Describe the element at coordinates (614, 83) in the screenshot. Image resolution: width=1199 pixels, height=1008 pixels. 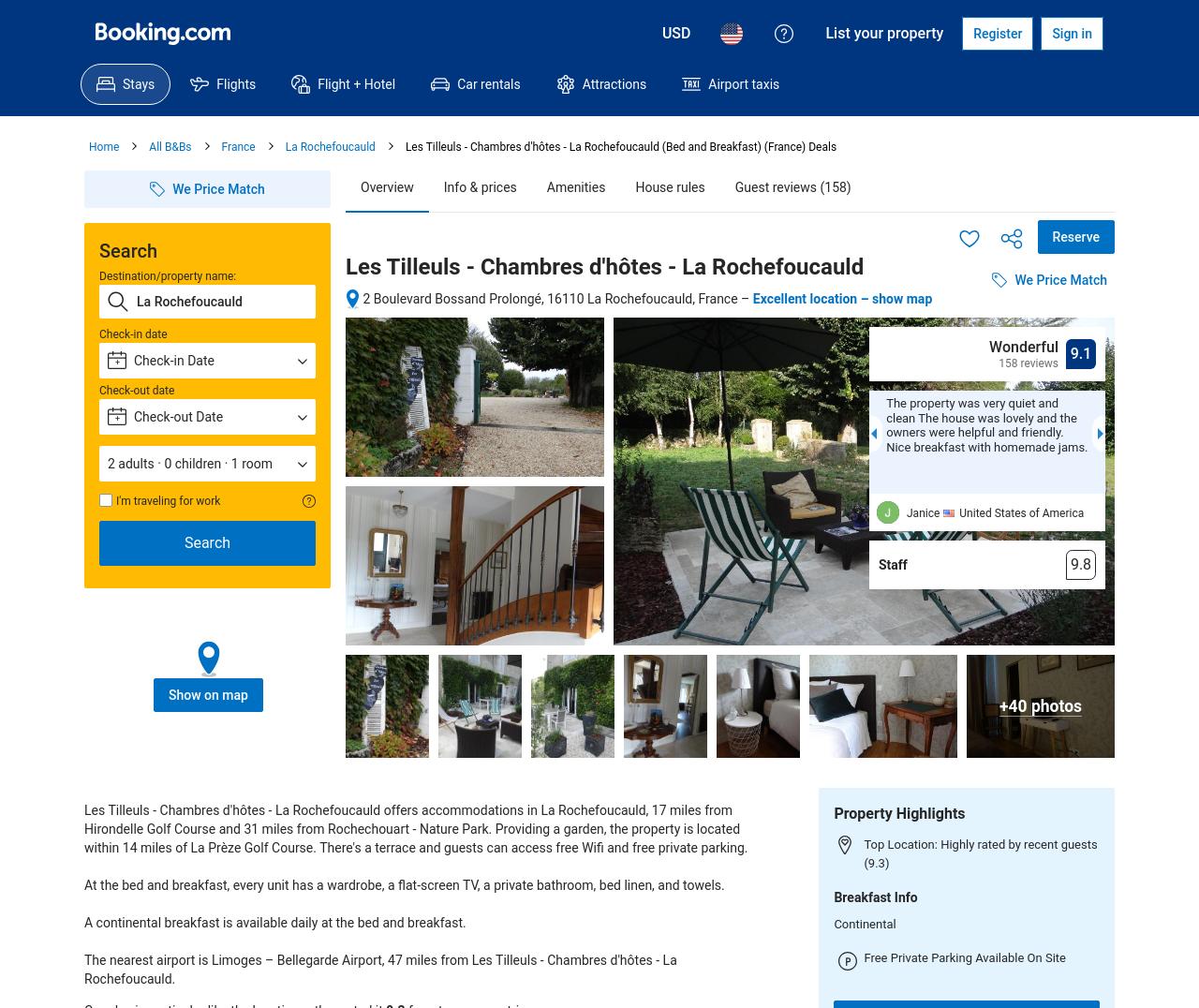
I see `'Attractions'` at that location.